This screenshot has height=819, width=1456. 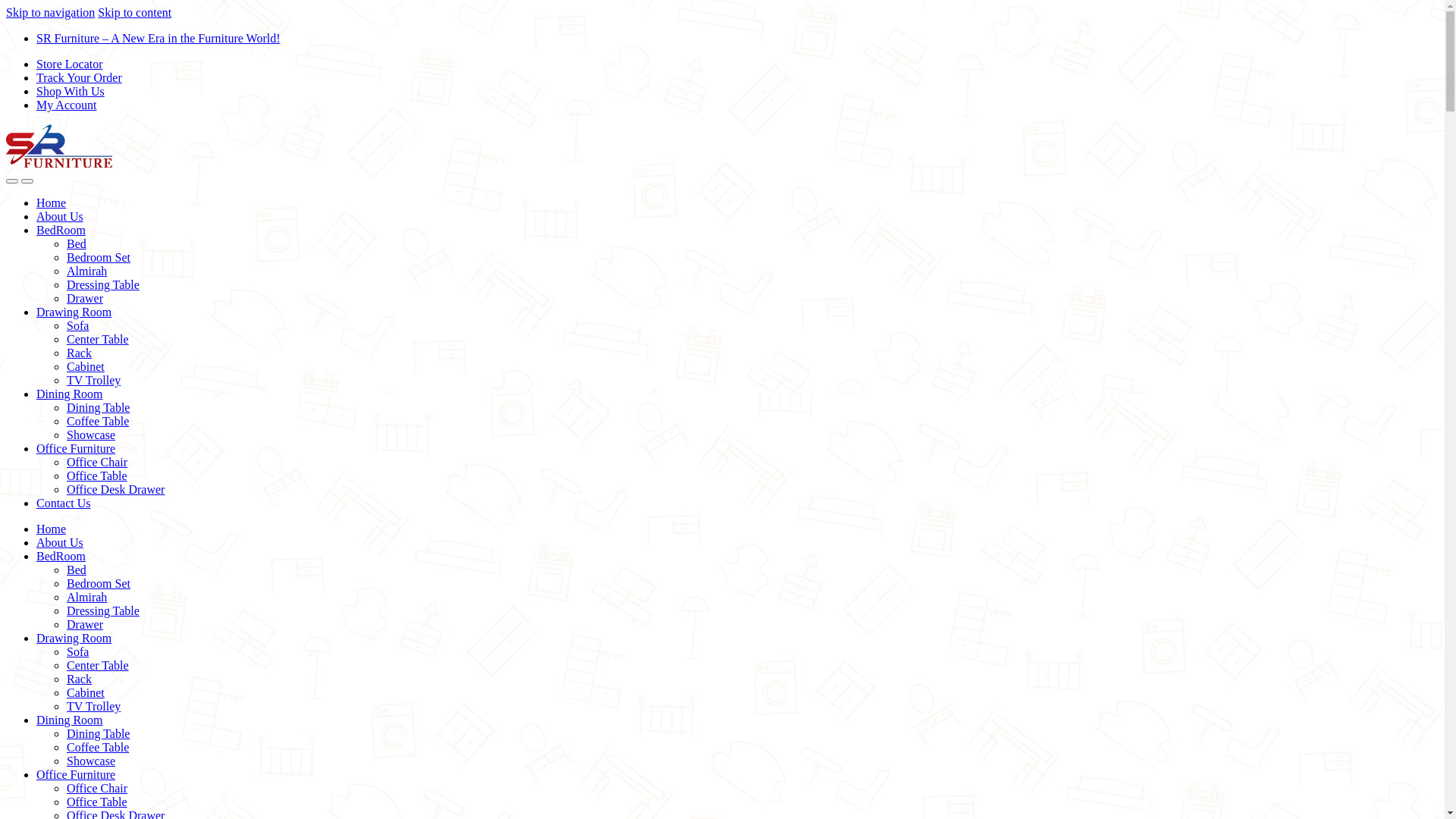 I want to click on 'Office Chair', so click(x=96, y=461).